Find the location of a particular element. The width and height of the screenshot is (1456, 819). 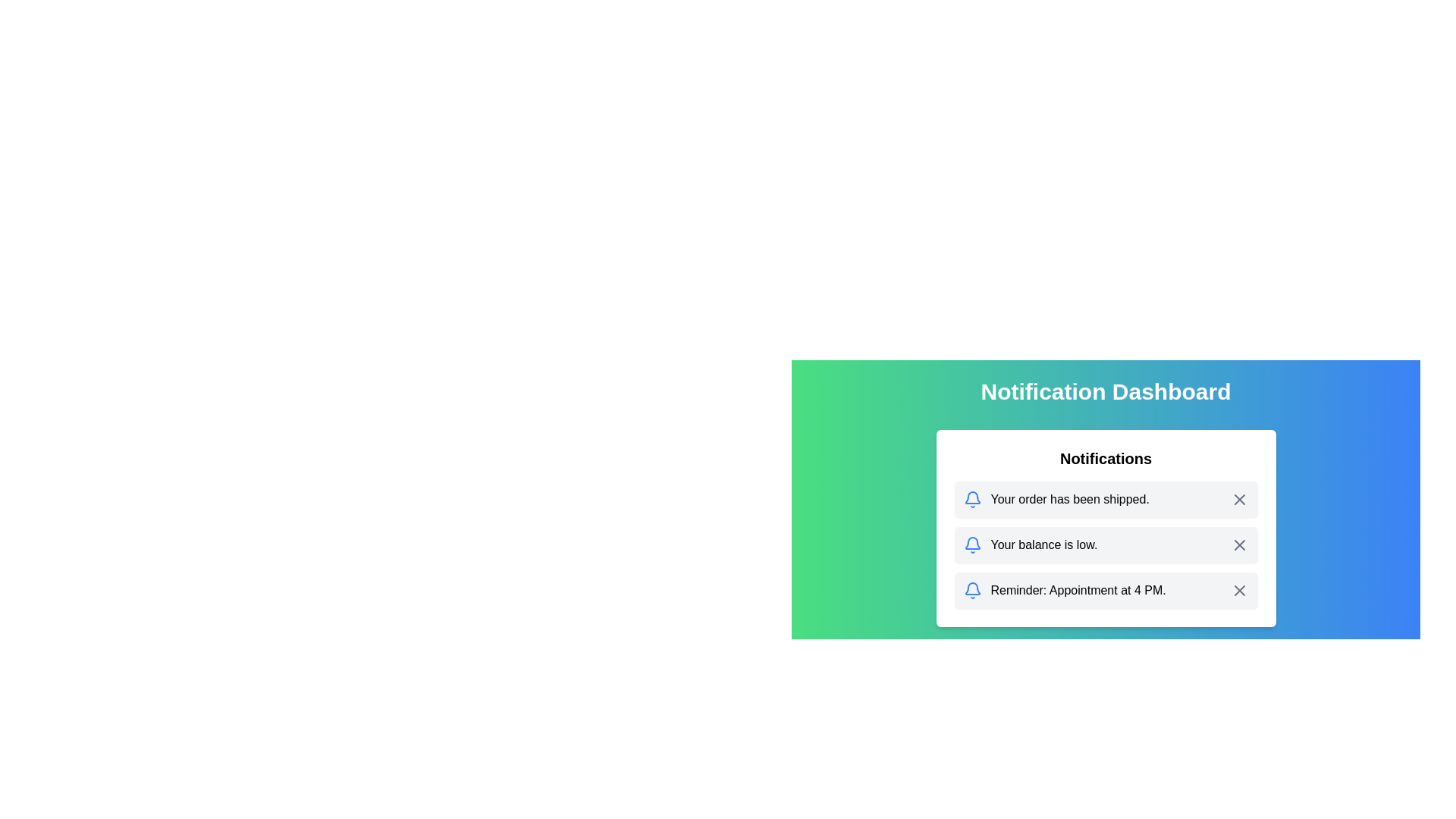

the Notification item that informs the user about their low balance, which is located in the second position of the notification list is located at coordinates (1030, 544).